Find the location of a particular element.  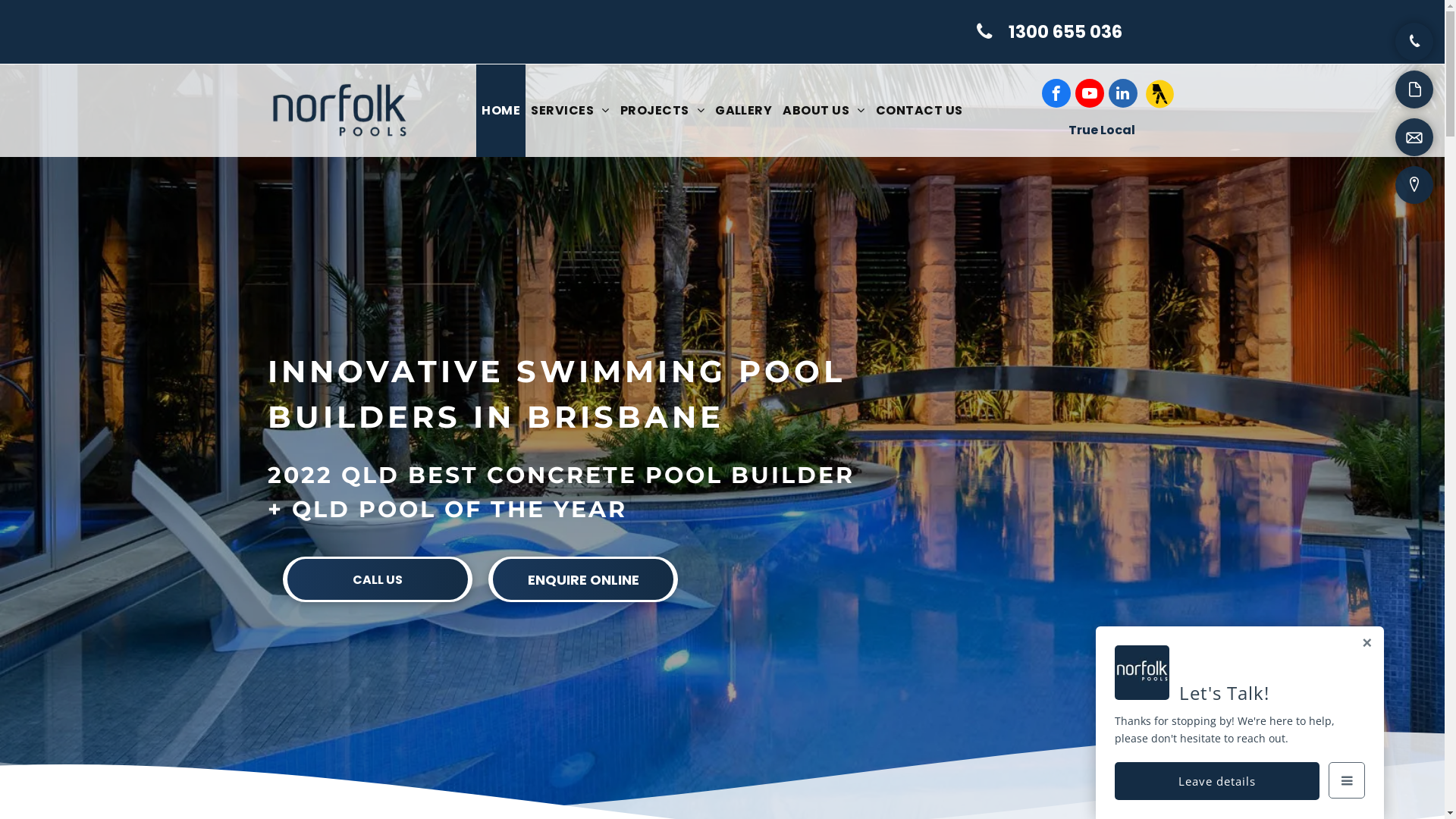

'ABOUT US' is located at coordinates (822, 110).